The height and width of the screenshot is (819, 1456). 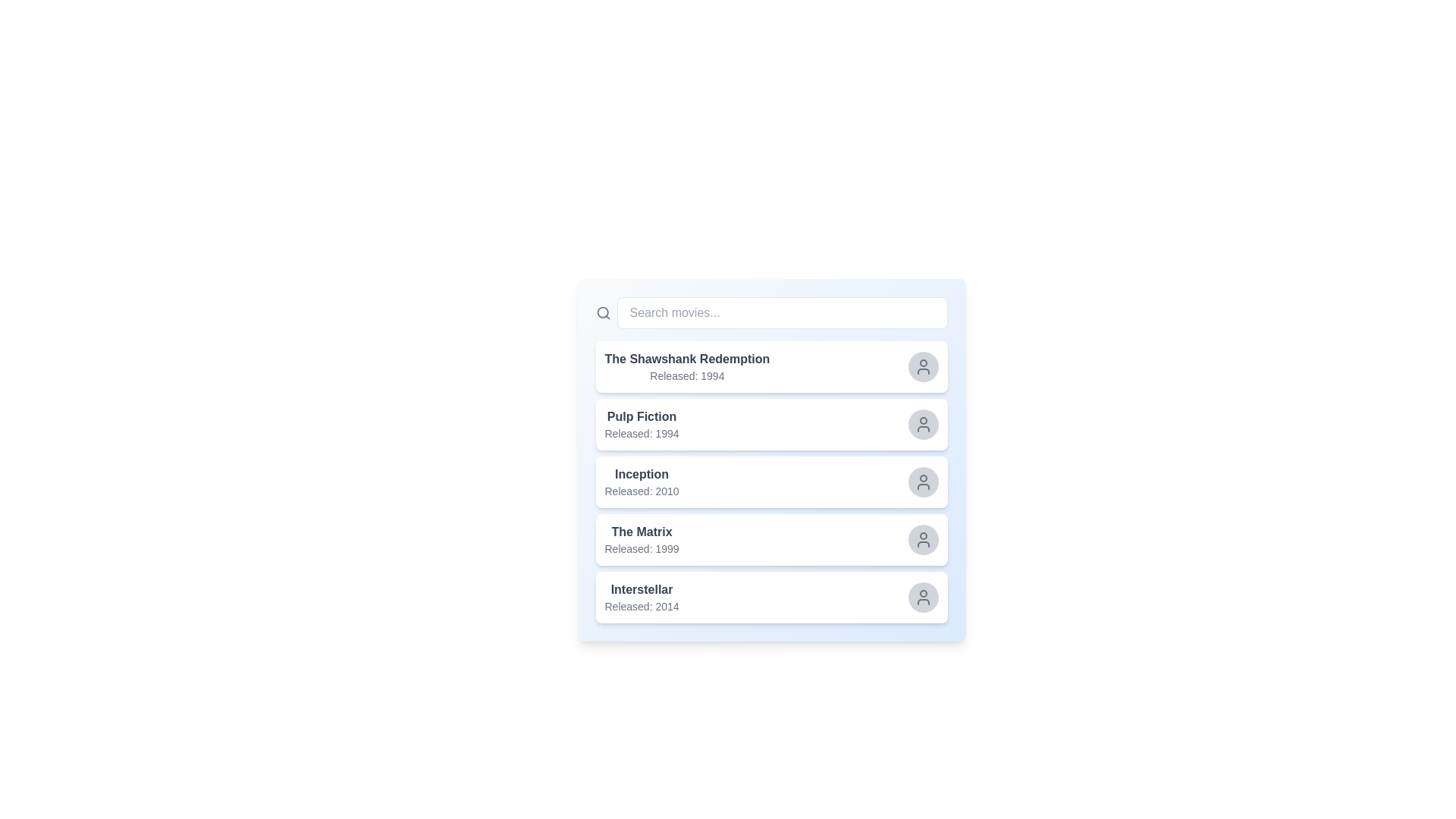 I want to click on text content of the Text label displaying 'Inception' and 'Released: 2010' located in the third card of a vertical layout, so click(x=642, y=482).